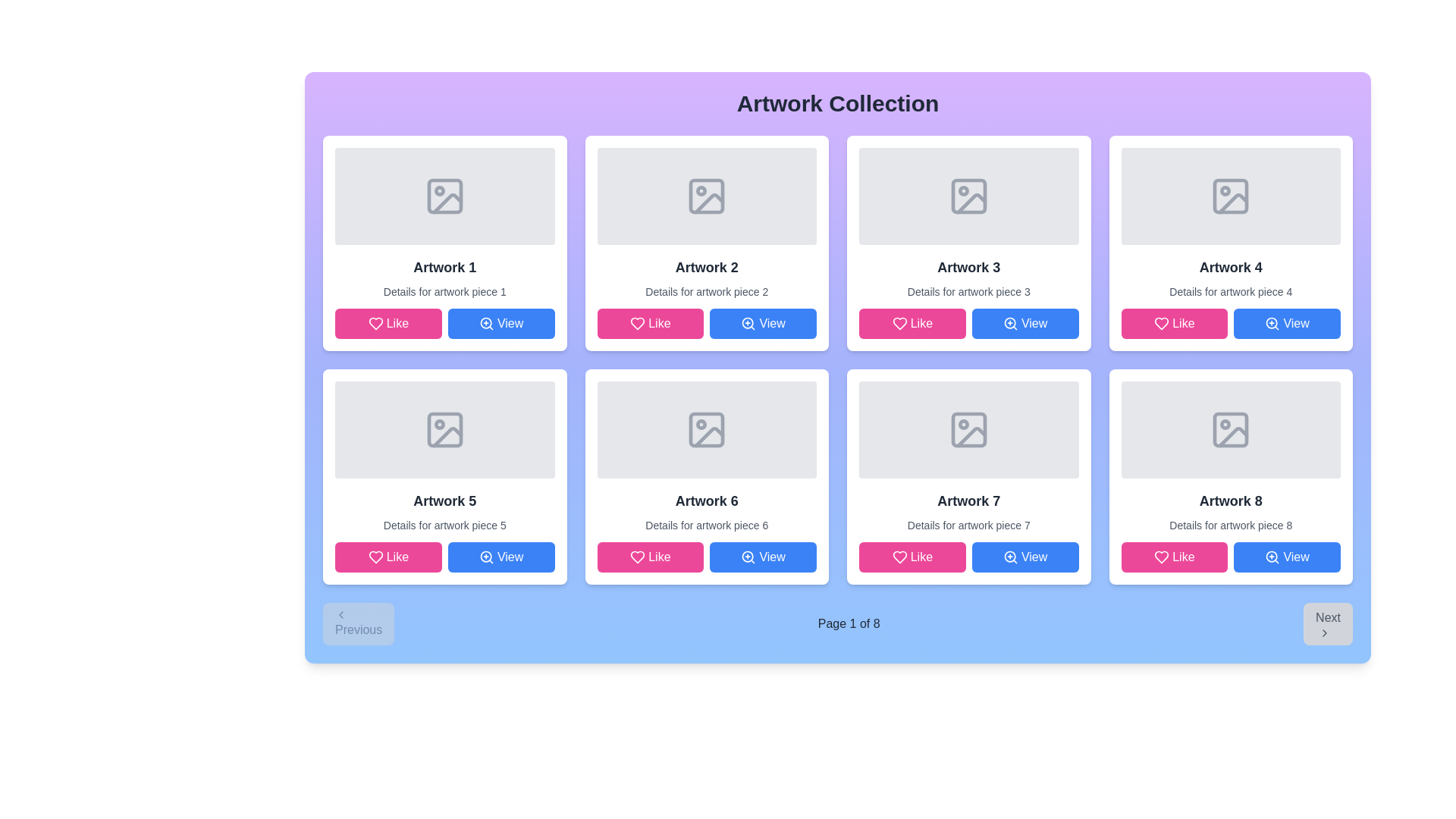 The height and width of the screenshot is (819, 1456). What do you see at coordinates (1272, 323) in the screenshot?
I see `the magnifying glass icon with a '+' symbol at its center, which is part of the 'View' button located beneath 'Artwork 4' in the artwork grid` at bounding box center [1272, 323].